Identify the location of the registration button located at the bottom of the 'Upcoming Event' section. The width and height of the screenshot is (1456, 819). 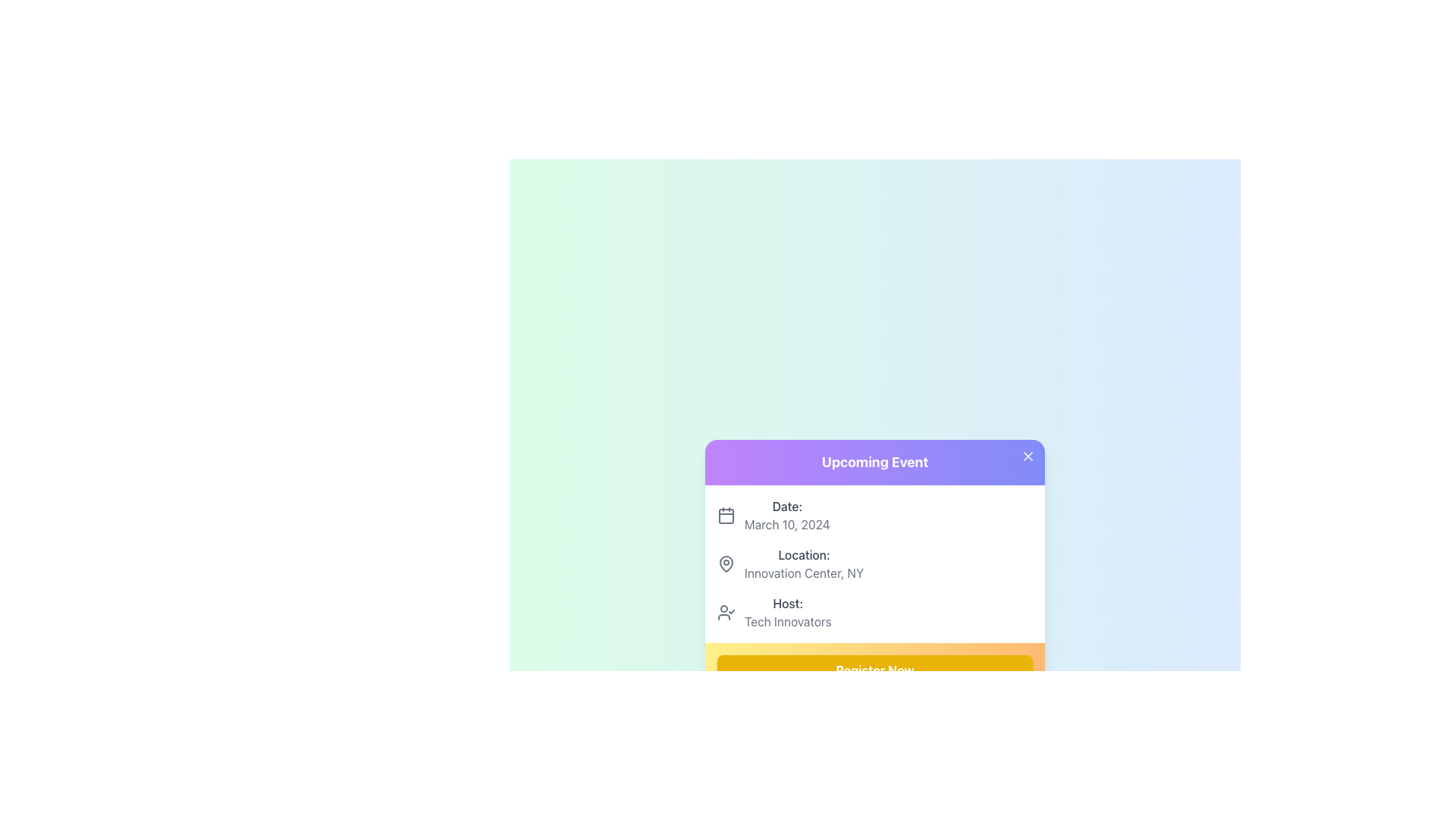
(874, 669).